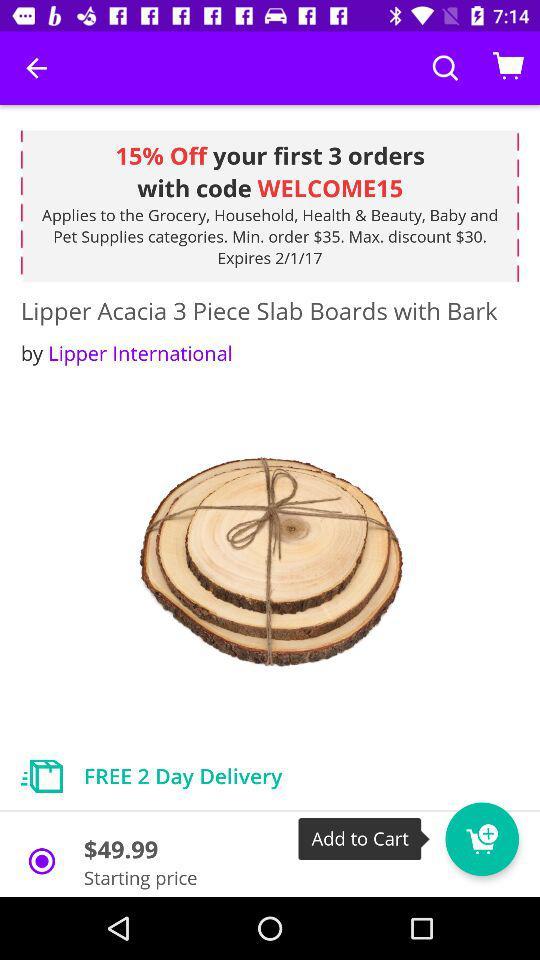  I want to click on icon below by lipper international icon, so click(270, 562).